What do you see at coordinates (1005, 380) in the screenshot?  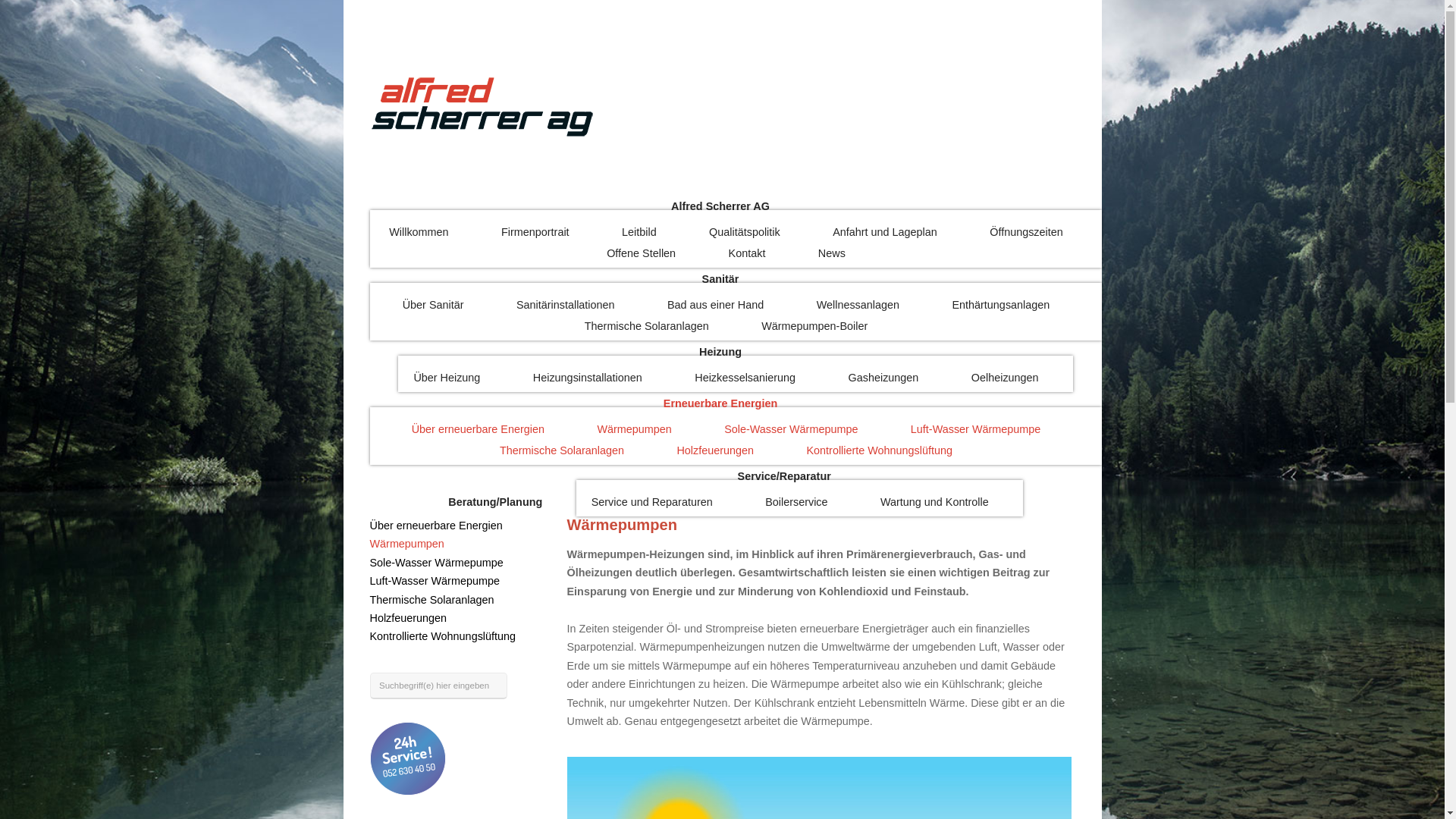 I see `'Oelheizungen'` at bounding box center [1005, 380].